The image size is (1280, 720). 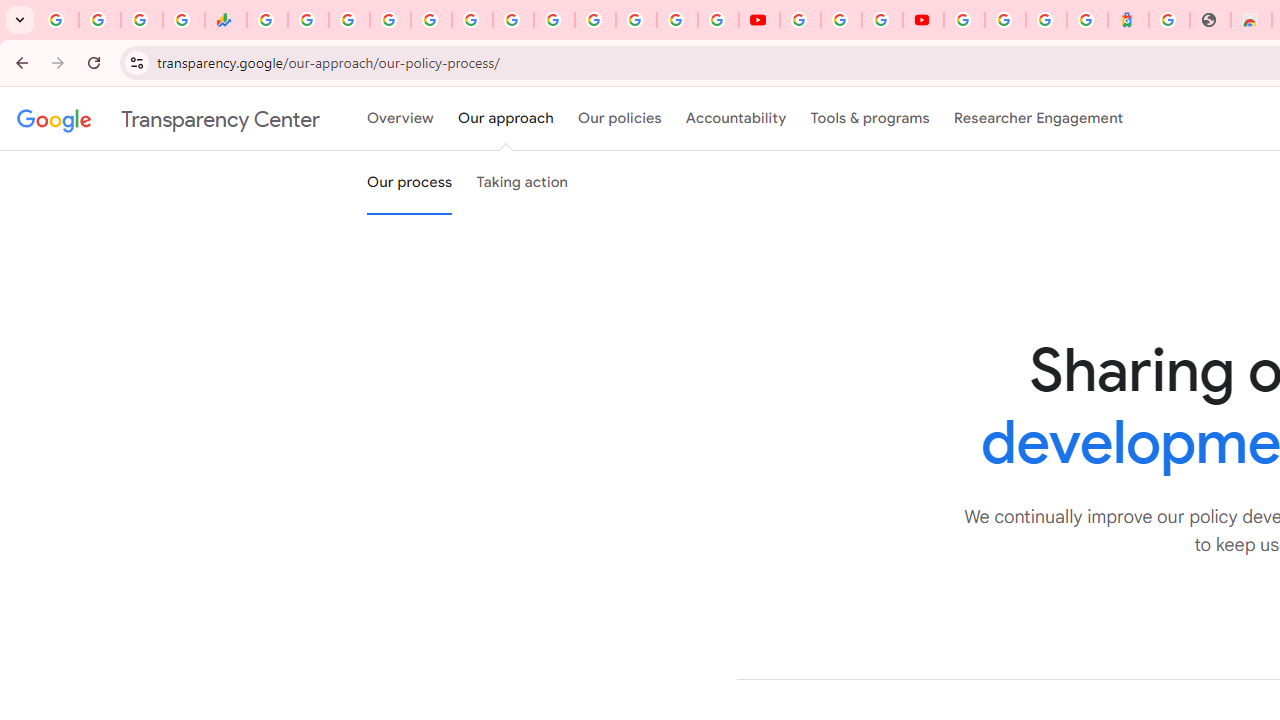 I want to click on 'Accountability', so click(x=735, y=119).